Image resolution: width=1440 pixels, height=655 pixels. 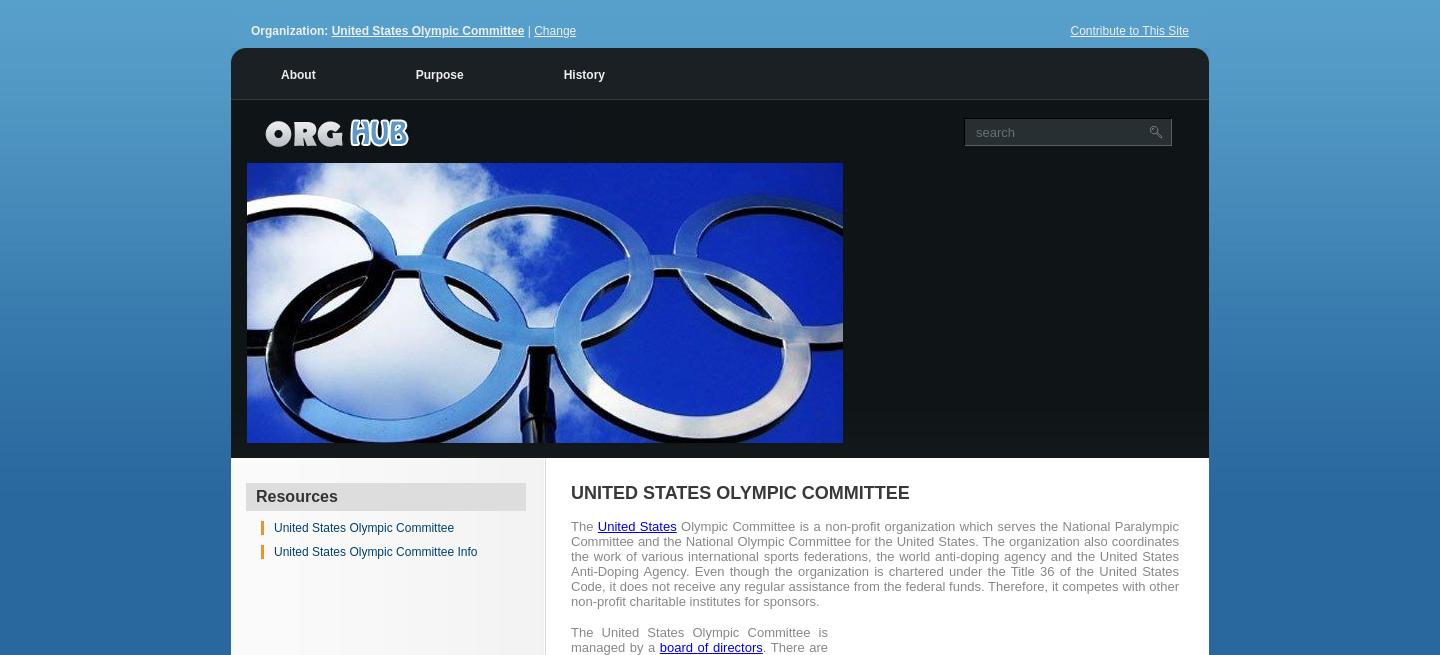 I want to click on 'Purpose', so click(x=439, y=73).